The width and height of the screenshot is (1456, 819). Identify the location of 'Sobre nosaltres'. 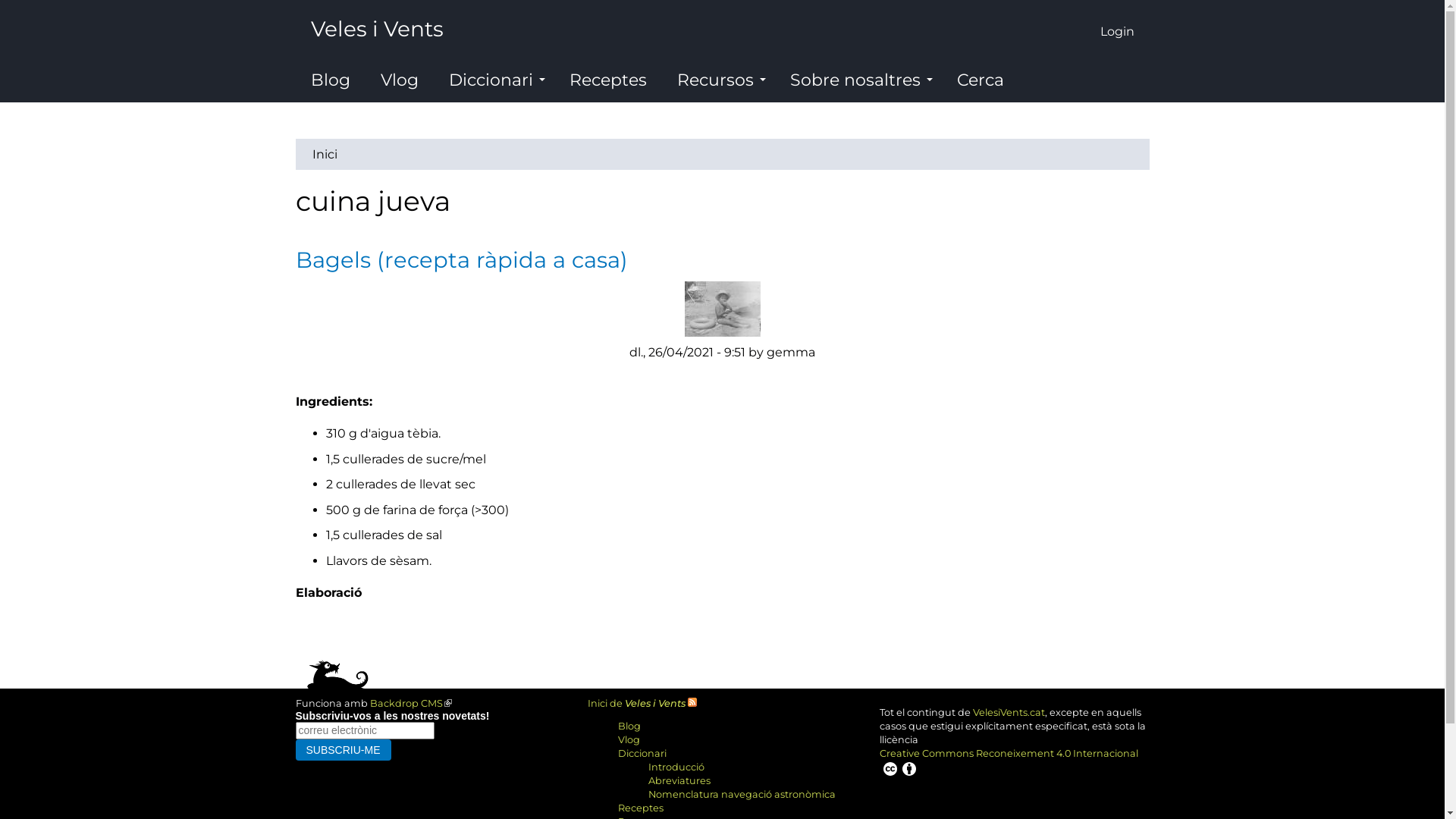
(858, 80).